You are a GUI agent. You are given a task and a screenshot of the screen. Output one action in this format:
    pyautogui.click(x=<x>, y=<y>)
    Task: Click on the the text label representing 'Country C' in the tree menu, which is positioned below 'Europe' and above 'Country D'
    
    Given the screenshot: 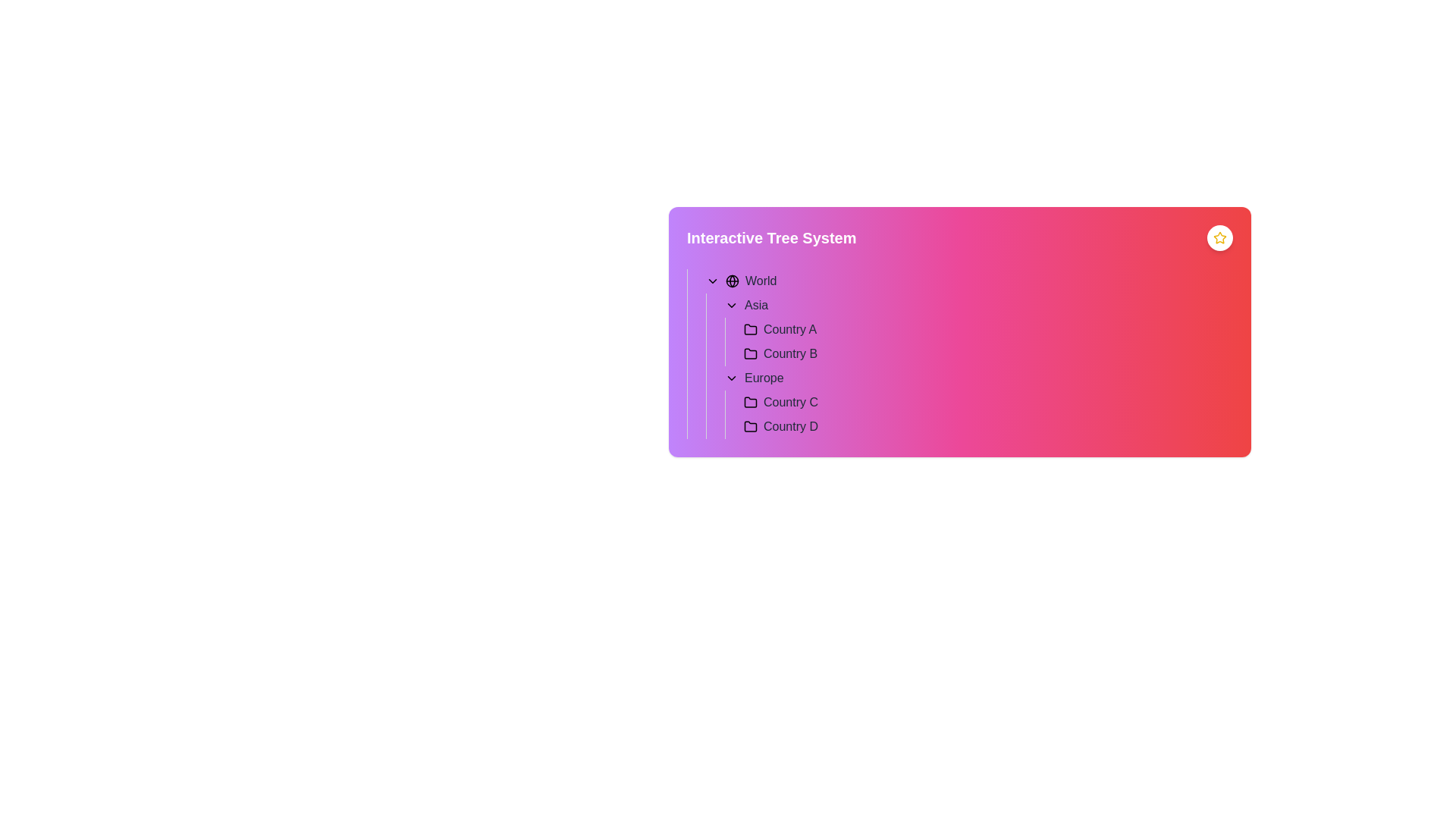 What is the action you would take?
    pyautogui.click(x=789, y=402)
    